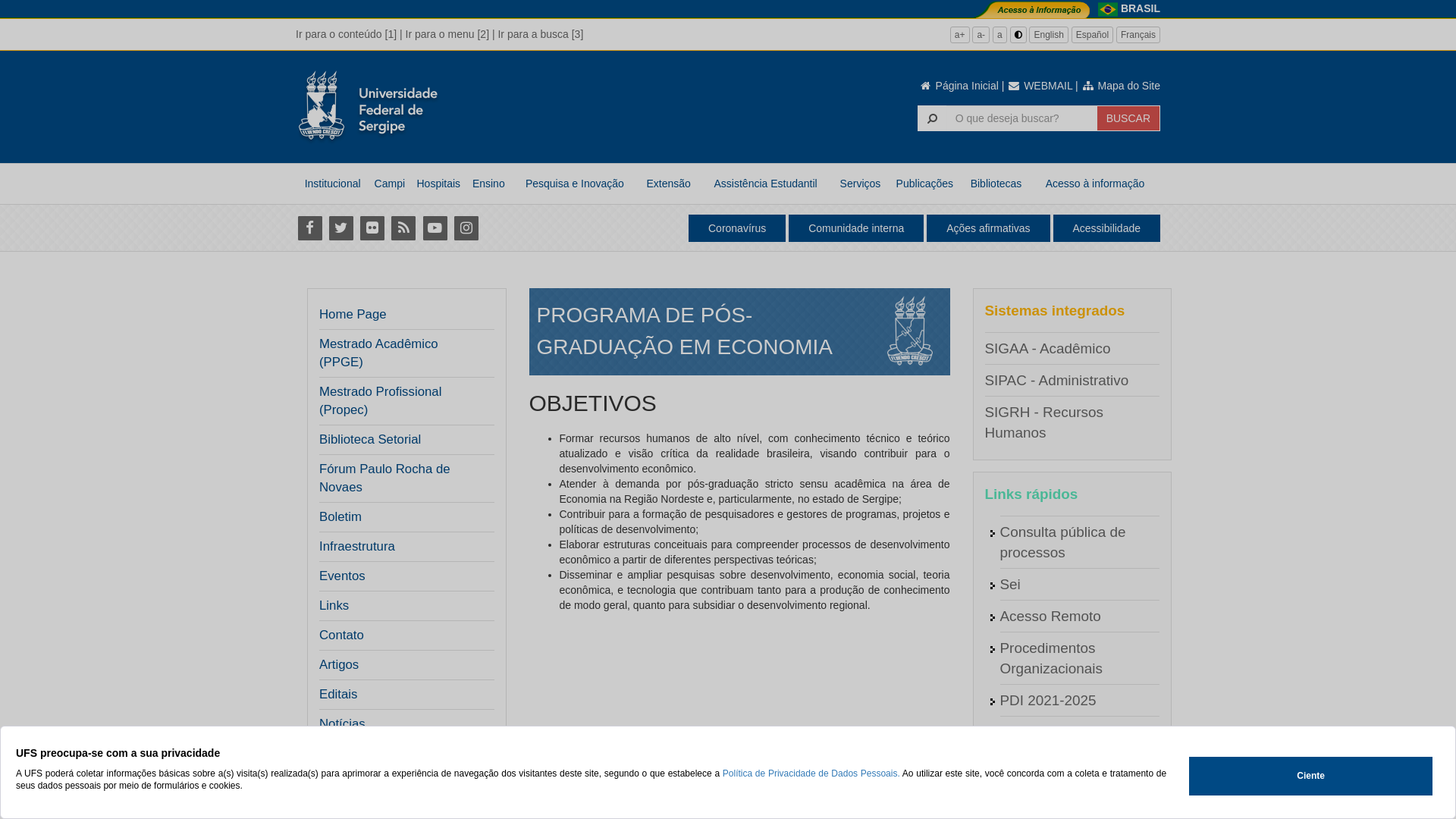 The image size is (1456, 819). Describe the element at coordinates (488, 183) in the screenshot. I see `'Ensino'` at that location.